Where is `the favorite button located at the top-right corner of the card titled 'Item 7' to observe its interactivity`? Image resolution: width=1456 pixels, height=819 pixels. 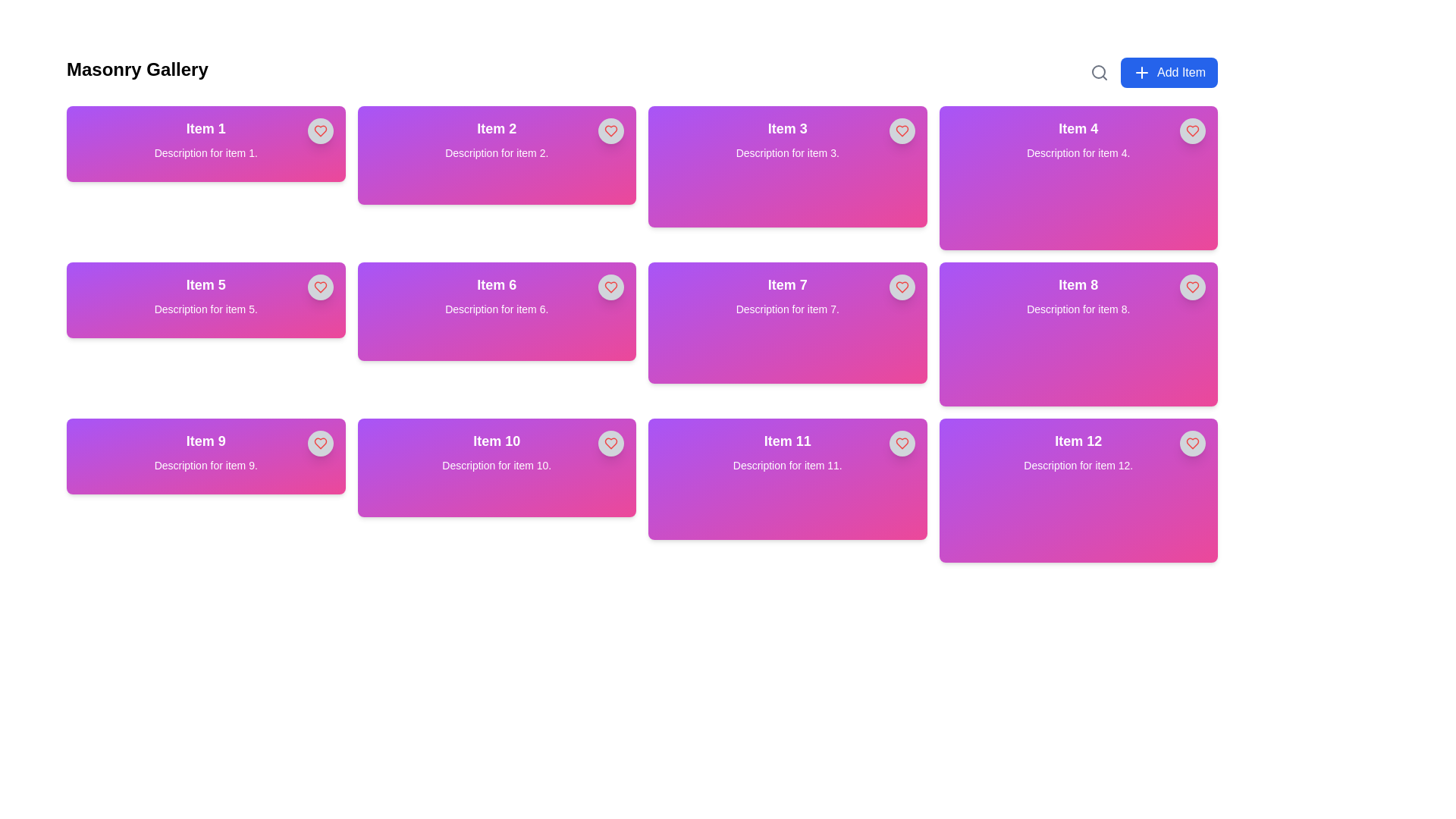
the favorite button located at the top-right corner of the card titled 'Item 7' to observe its interactivity is located at coordinates (902, 287).